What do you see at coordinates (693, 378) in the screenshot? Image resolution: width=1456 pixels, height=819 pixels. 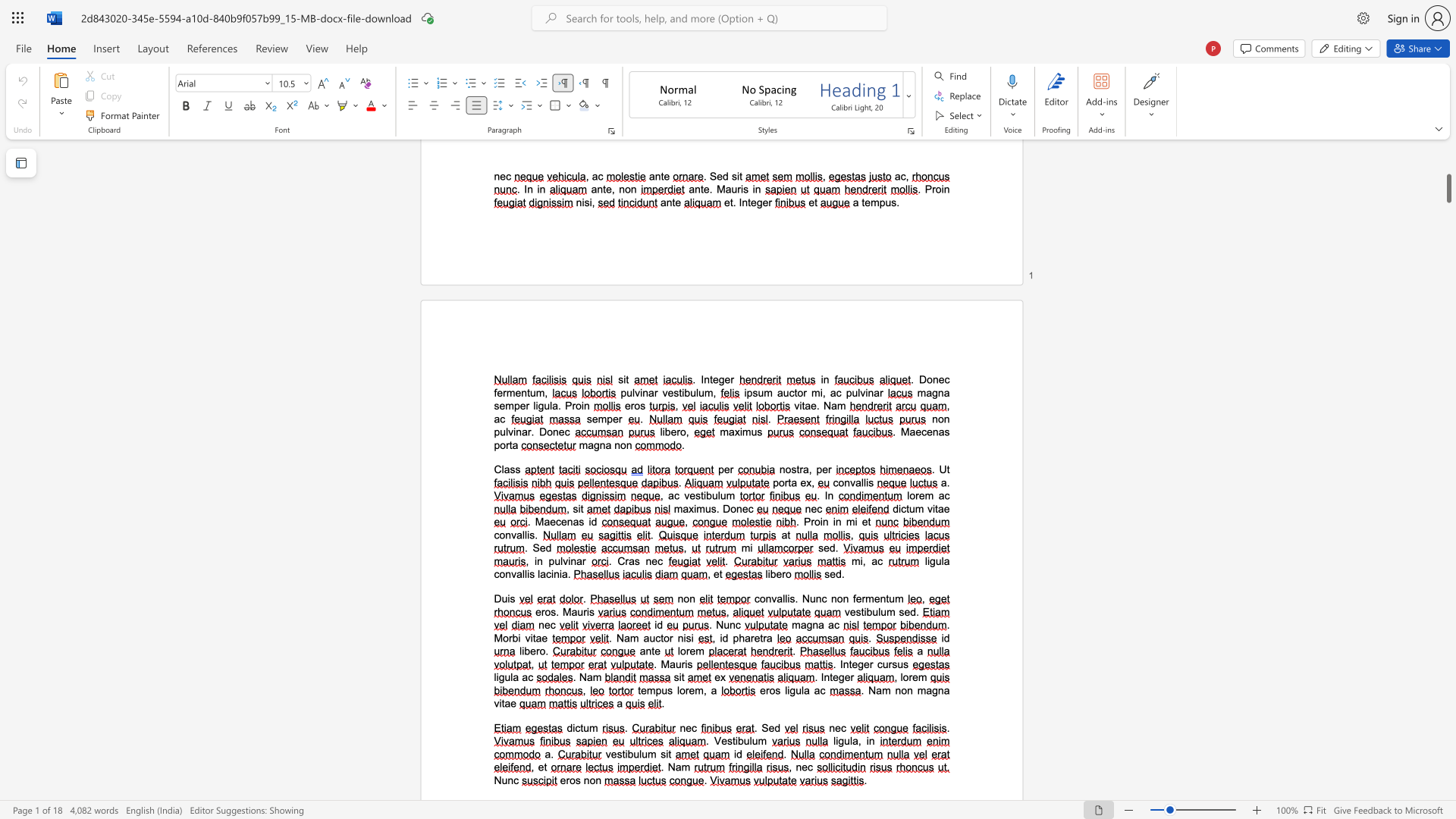 I see `the 1th character "." in the text` at bounding box center [693, 378].